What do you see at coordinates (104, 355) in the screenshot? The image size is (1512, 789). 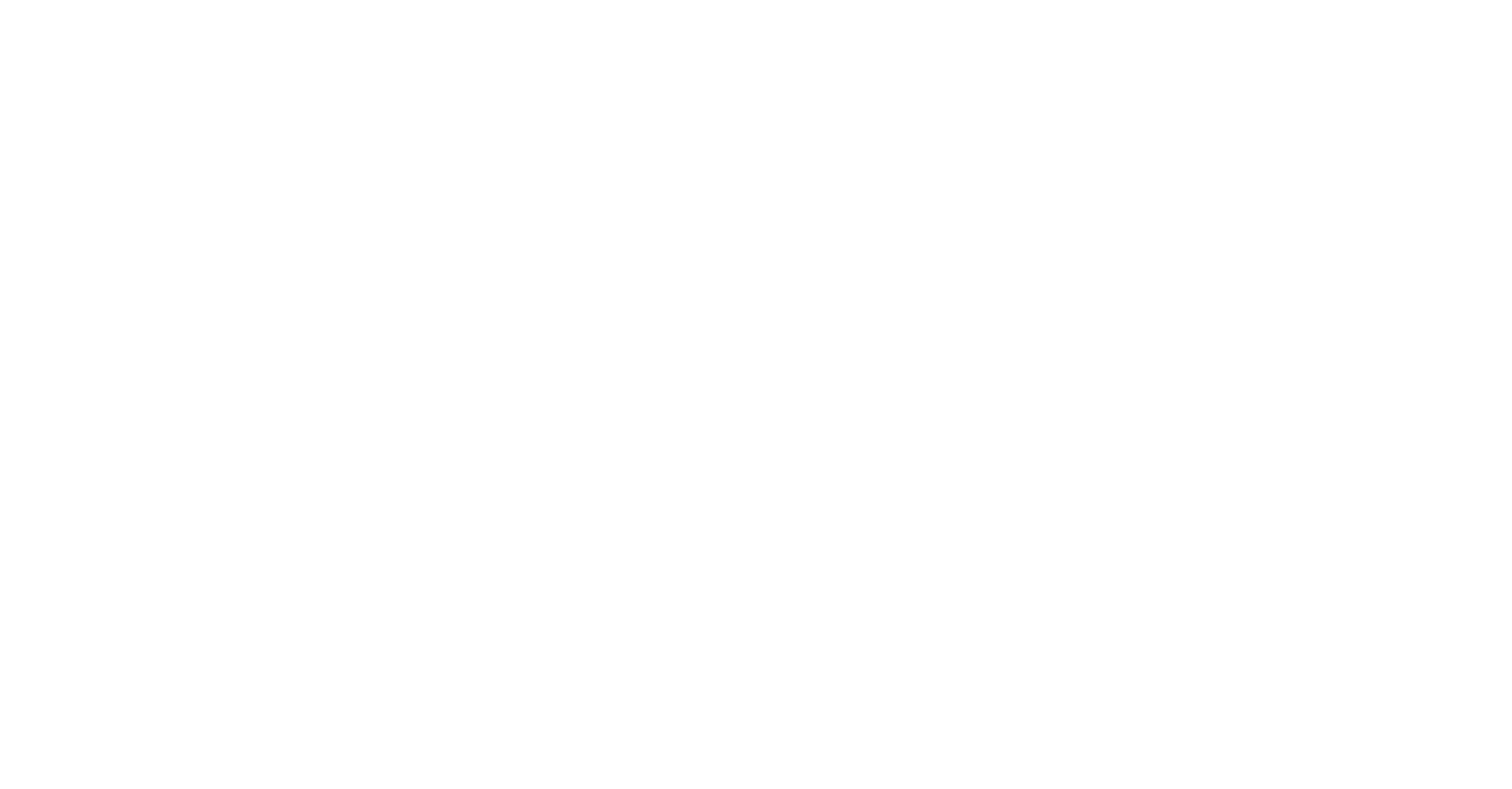 I see `'Sächsischer Innovationspreis'` at bounding box center [104, 355].